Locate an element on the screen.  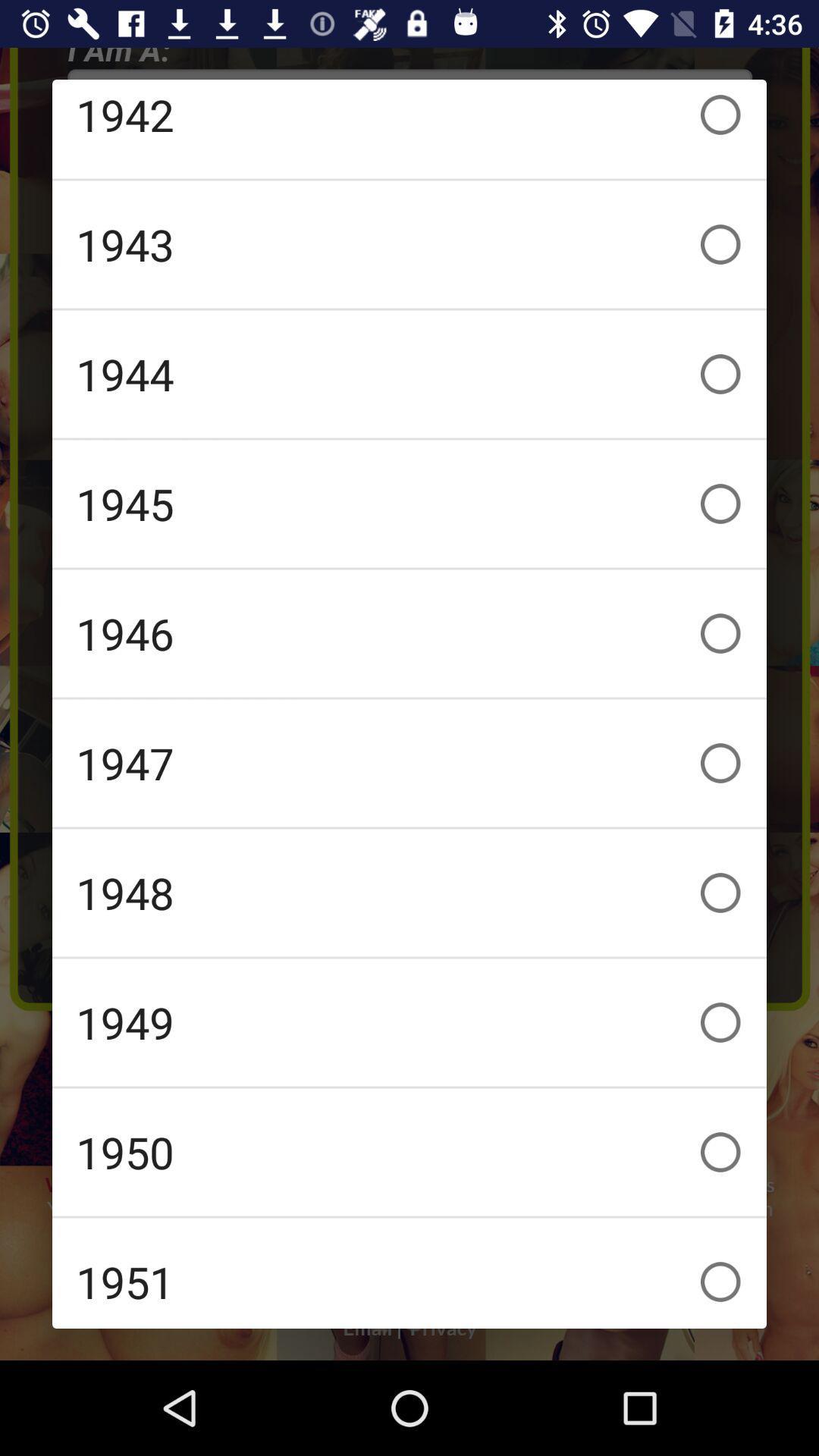
item below 1942 is located at coordinates (409, 244).